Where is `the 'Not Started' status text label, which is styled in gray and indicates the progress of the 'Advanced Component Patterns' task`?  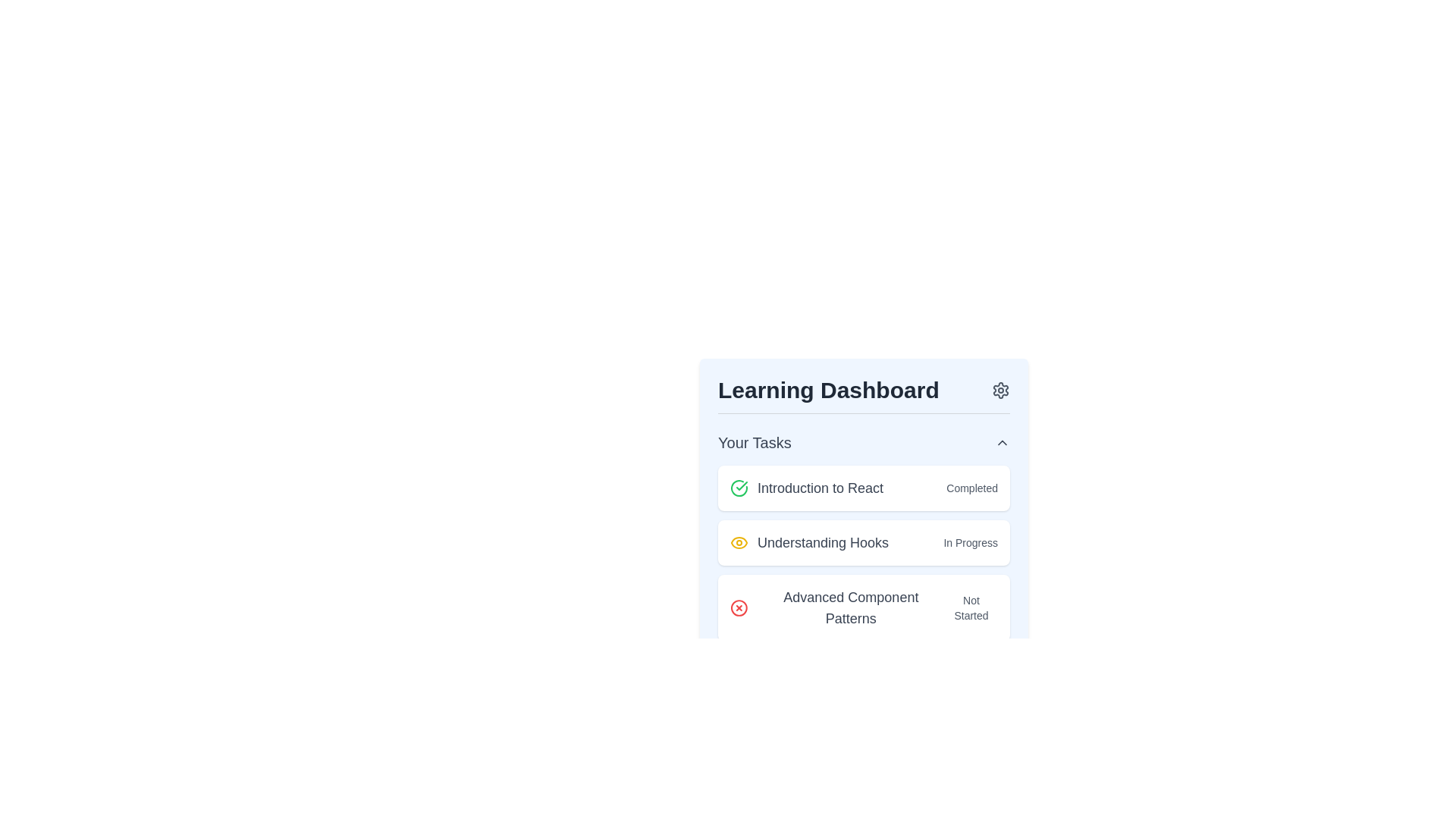 the 'Not Started' status text label, which is styled in gray and indicates the progress of the 'Advanced Component Patterns' task is located at coordinates (971, 607).